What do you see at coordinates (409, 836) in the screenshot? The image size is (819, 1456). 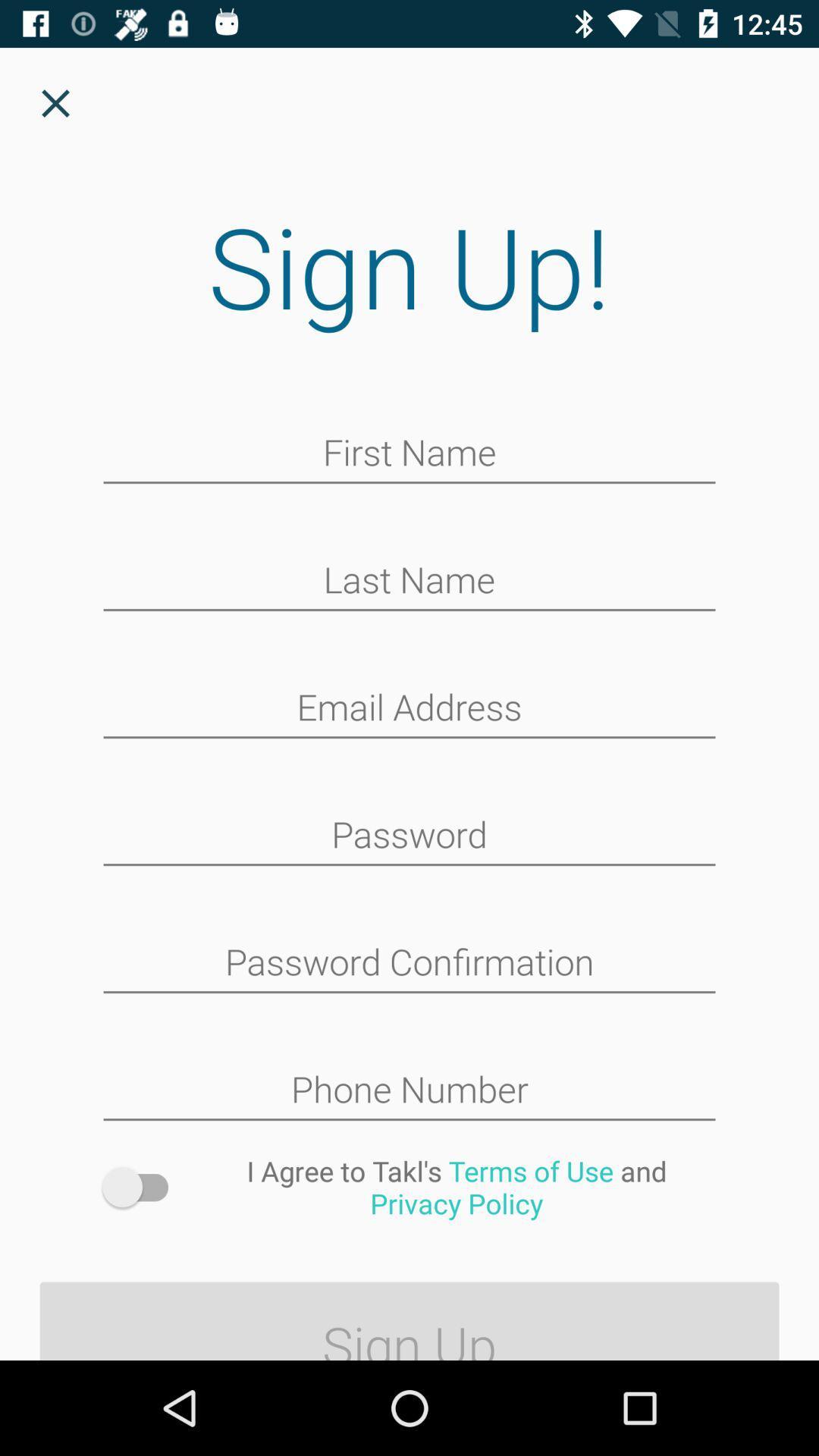 I see `protection` at bounding box center [409, 836].